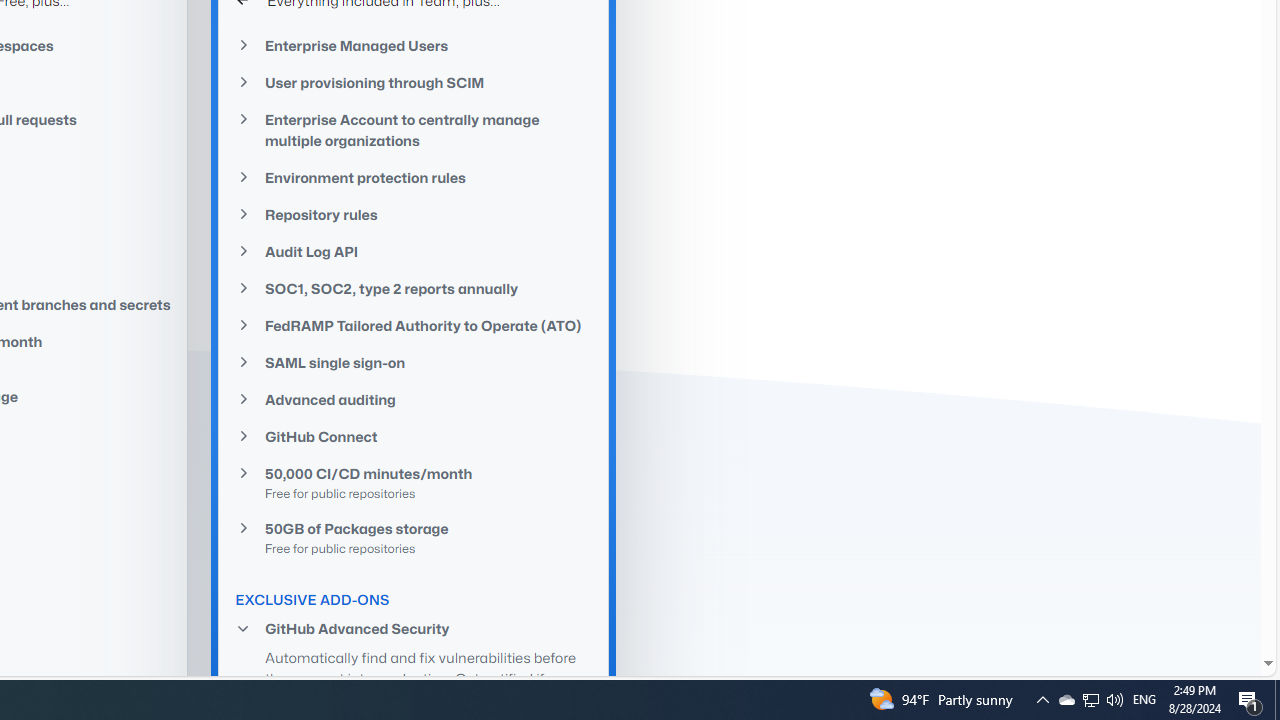 The height and width of the screenshot is (720, 1280). I want to click on 'Enterprise Managed Users', so click(413, 45).